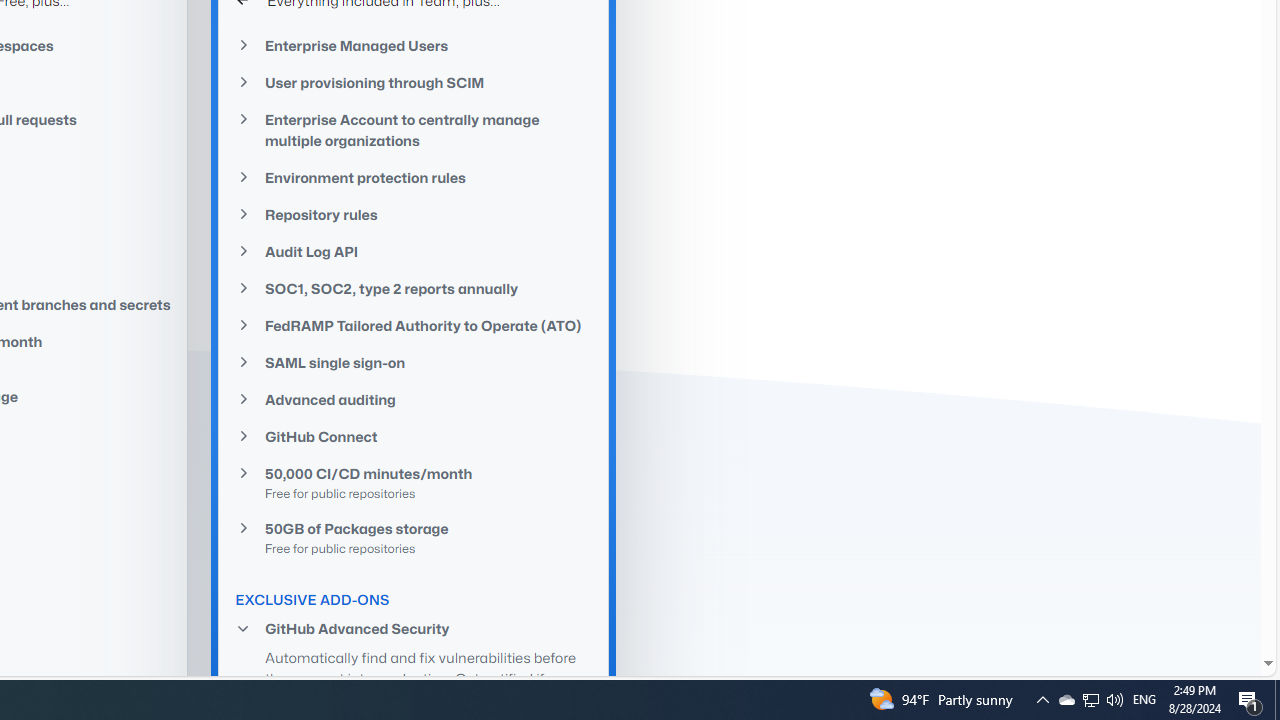 The height and width of the screenshot is (720, 1280). I want to click on 'Enterprise Managed Users', so click(413, 45).